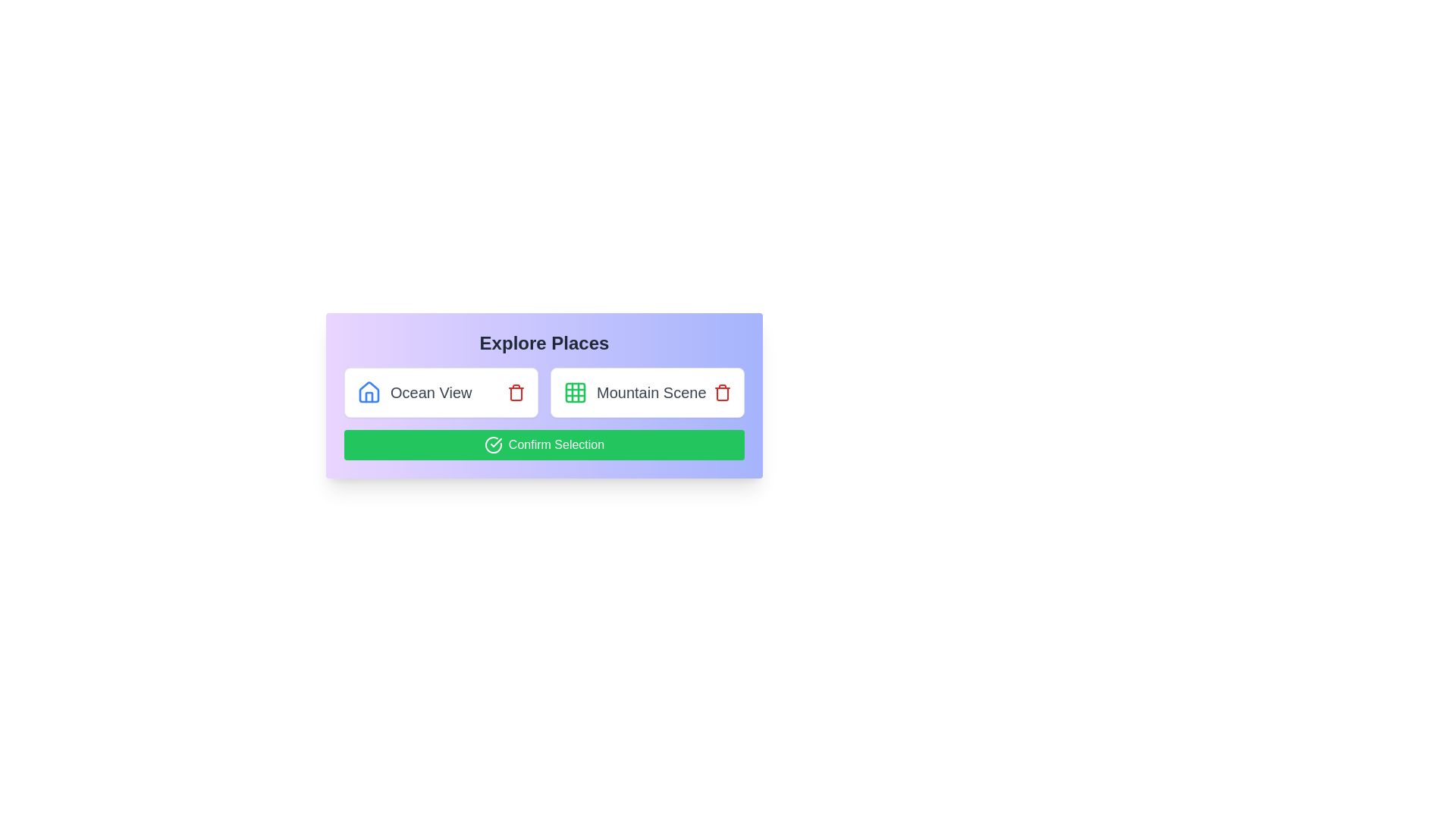  I want to click on the 'Ocean View' icon located in the upper-left corner of the 'Explore Places' section, so click(369, 391).